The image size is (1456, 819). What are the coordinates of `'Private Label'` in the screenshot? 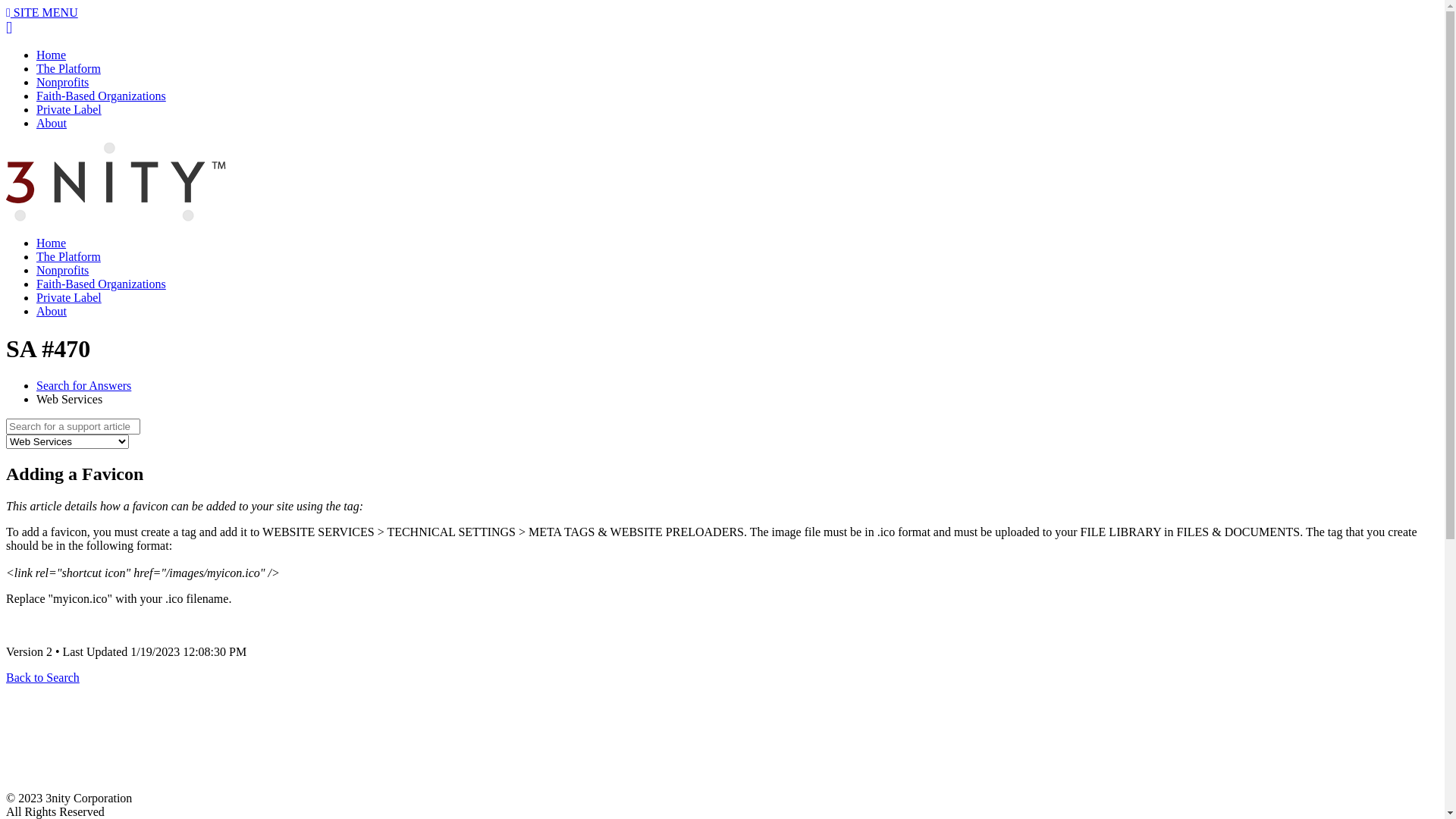 It's located at (68, 108).